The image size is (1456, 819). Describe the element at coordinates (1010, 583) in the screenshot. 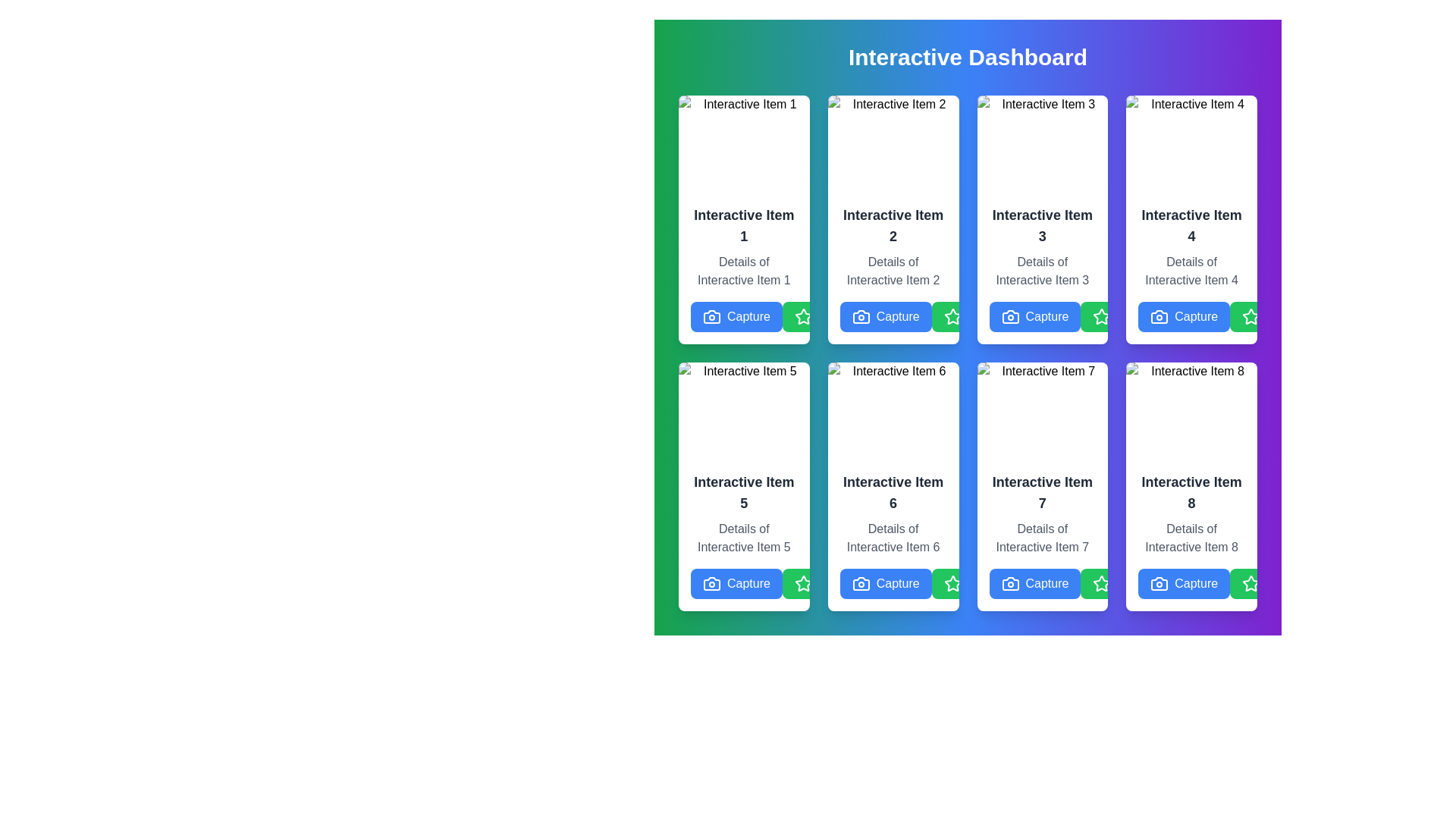

I see `the camera icon located to the left of the green star icon within the 'Capture' button under the 'Interactive Item 7' card to initiate the capture function` at that location.